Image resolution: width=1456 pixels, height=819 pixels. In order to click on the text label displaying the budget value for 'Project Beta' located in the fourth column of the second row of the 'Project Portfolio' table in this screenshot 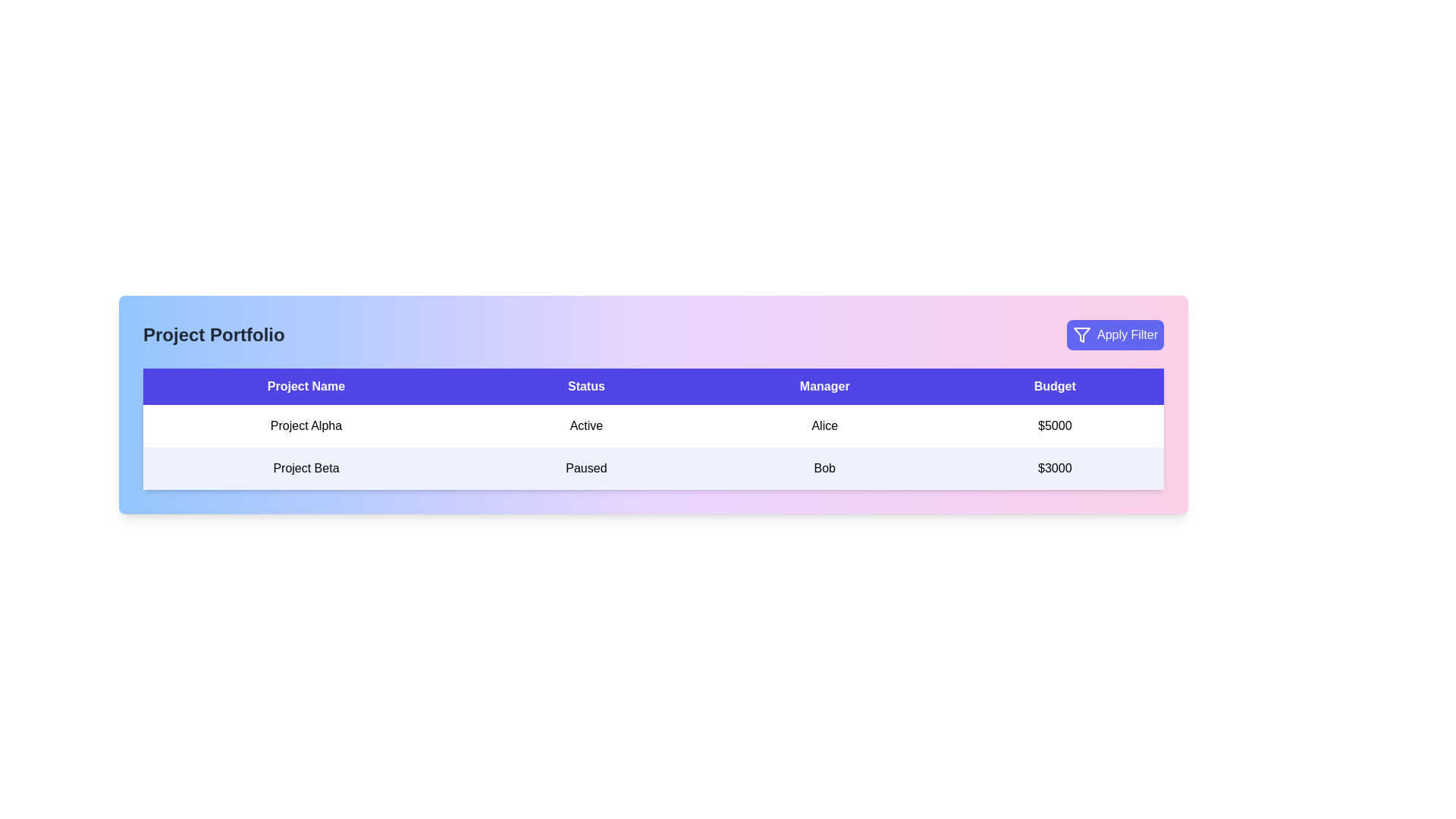, I will do `click(1054, 467)`.